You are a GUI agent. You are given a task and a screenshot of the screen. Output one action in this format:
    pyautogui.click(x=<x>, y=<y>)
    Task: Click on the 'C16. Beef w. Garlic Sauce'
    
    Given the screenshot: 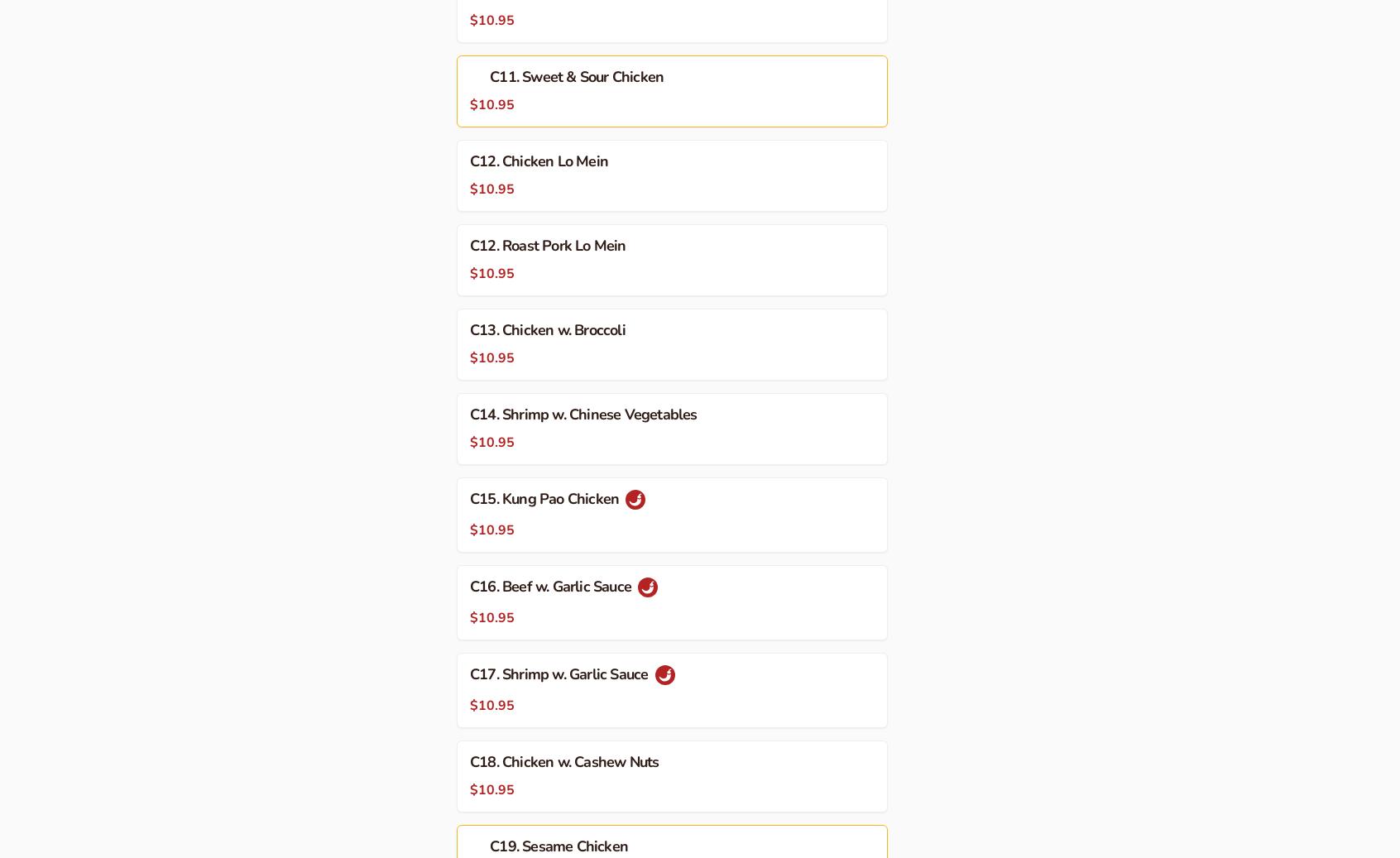 What is the action you would take?
    pyautogui.click(x=469, y=585)
    